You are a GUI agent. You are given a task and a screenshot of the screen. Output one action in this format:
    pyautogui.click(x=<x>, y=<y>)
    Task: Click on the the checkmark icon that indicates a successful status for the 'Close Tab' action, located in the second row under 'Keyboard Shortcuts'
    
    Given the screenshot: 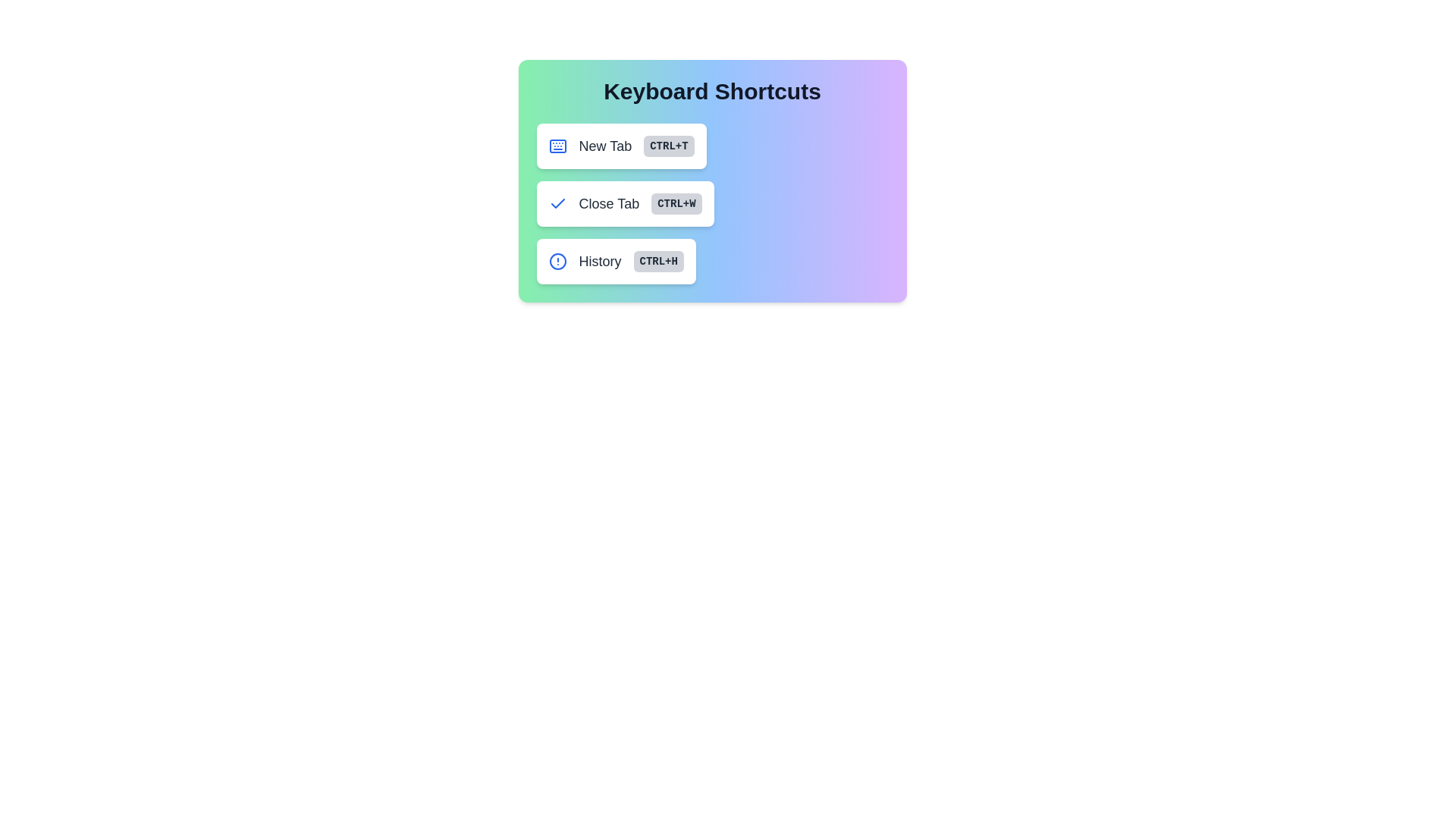 What is the action you would take?
    pyautogui.click(x=557, y=202)
    